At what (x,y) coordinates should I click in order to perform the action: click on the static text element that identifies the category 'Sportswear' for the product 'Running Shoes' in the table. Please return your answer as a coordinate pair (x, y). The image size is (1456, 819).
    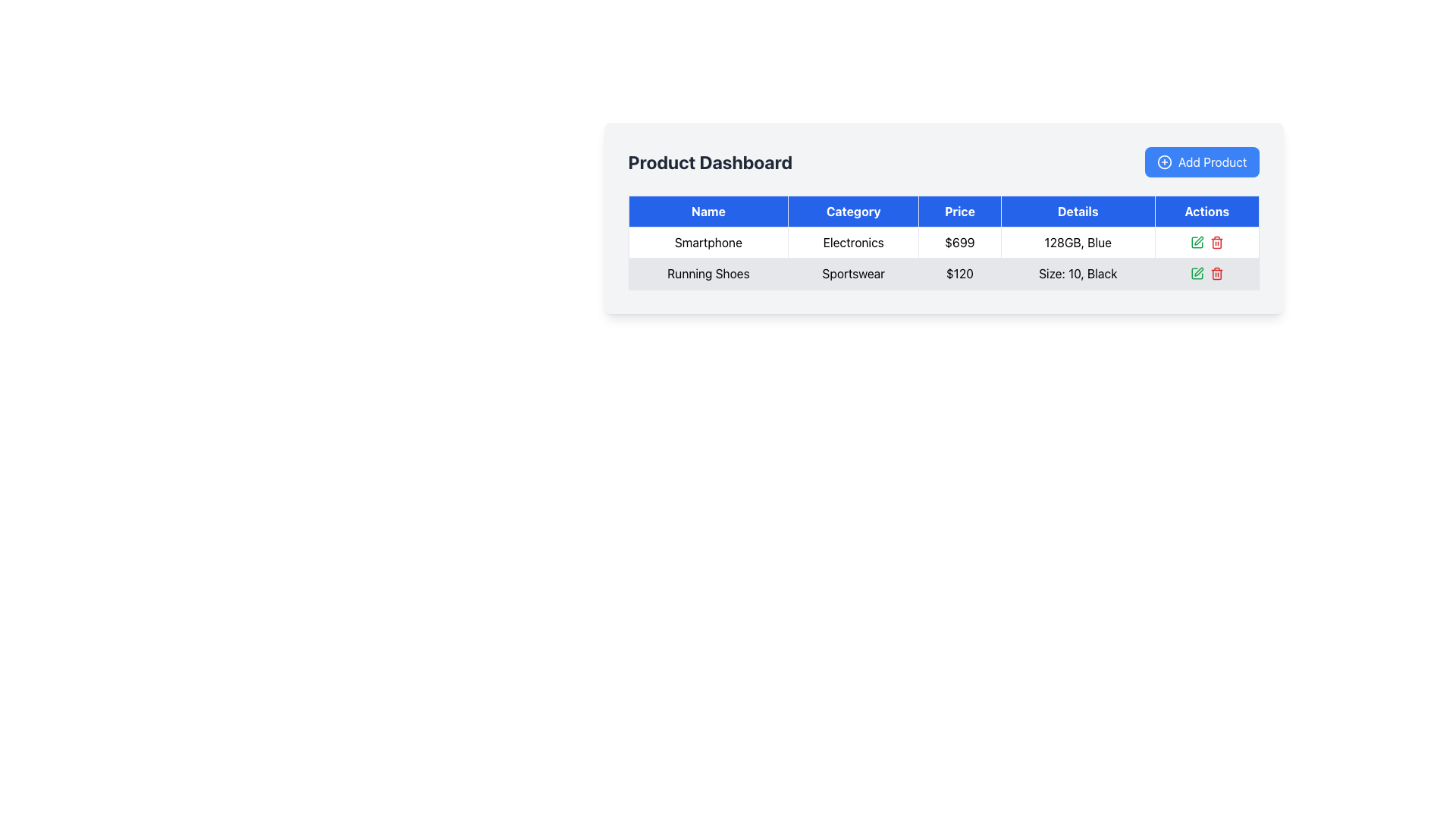
    Looking at the image, I should click on (853, 274).